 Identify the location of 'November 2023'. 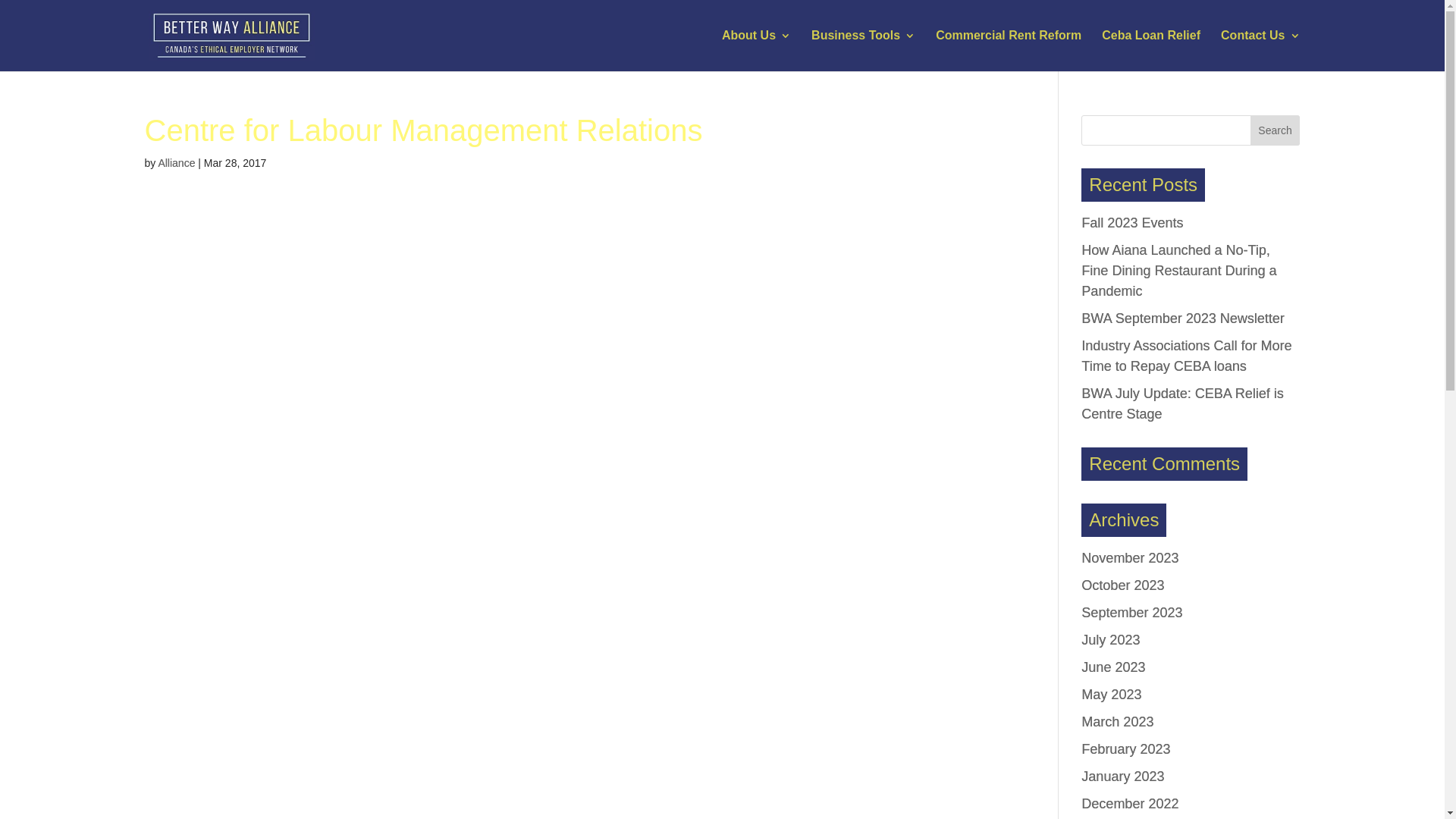
(1129, 558).